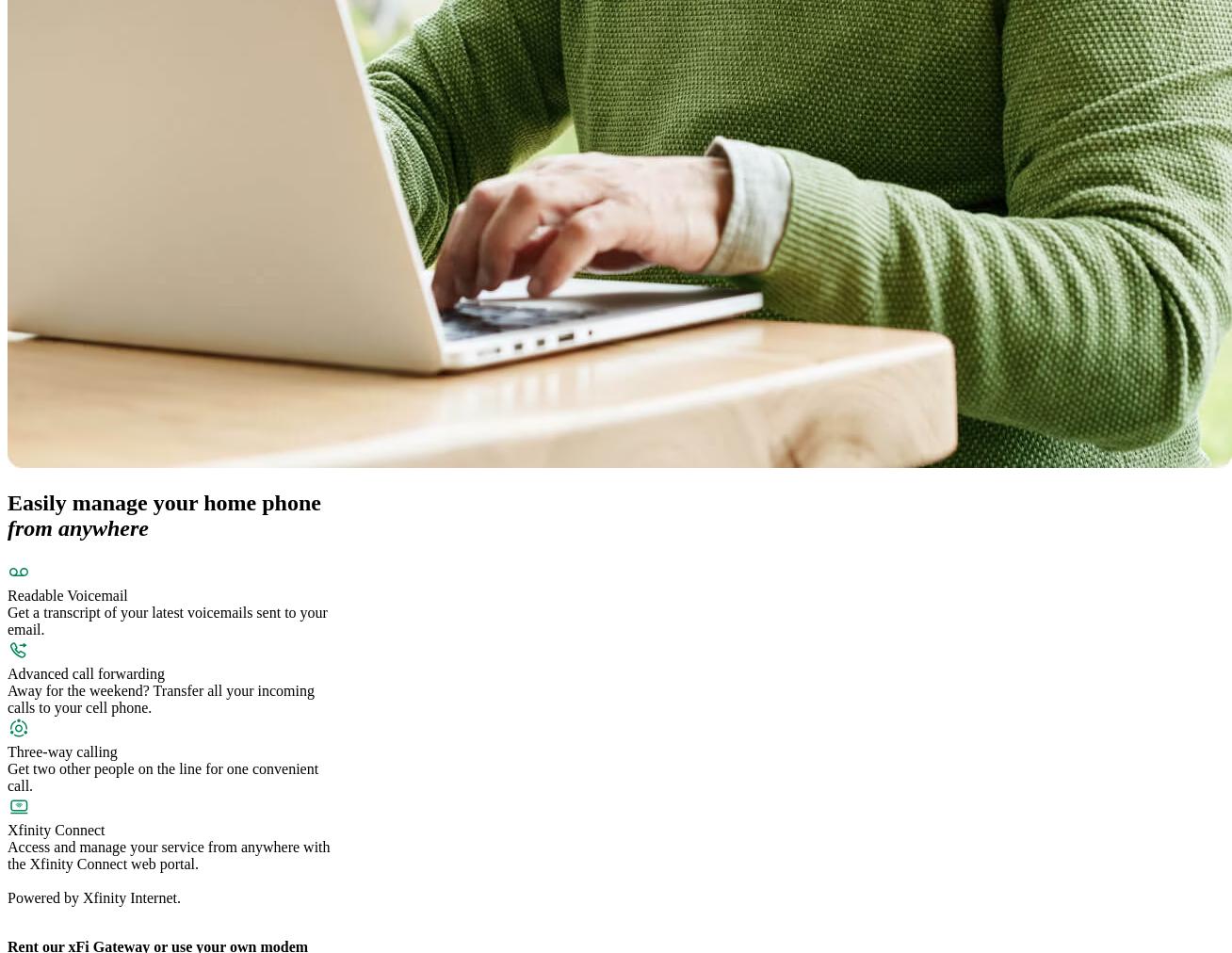  I want to click on 'Get a transcript of your latest voicemails sent to your email.', so click(167, 621).